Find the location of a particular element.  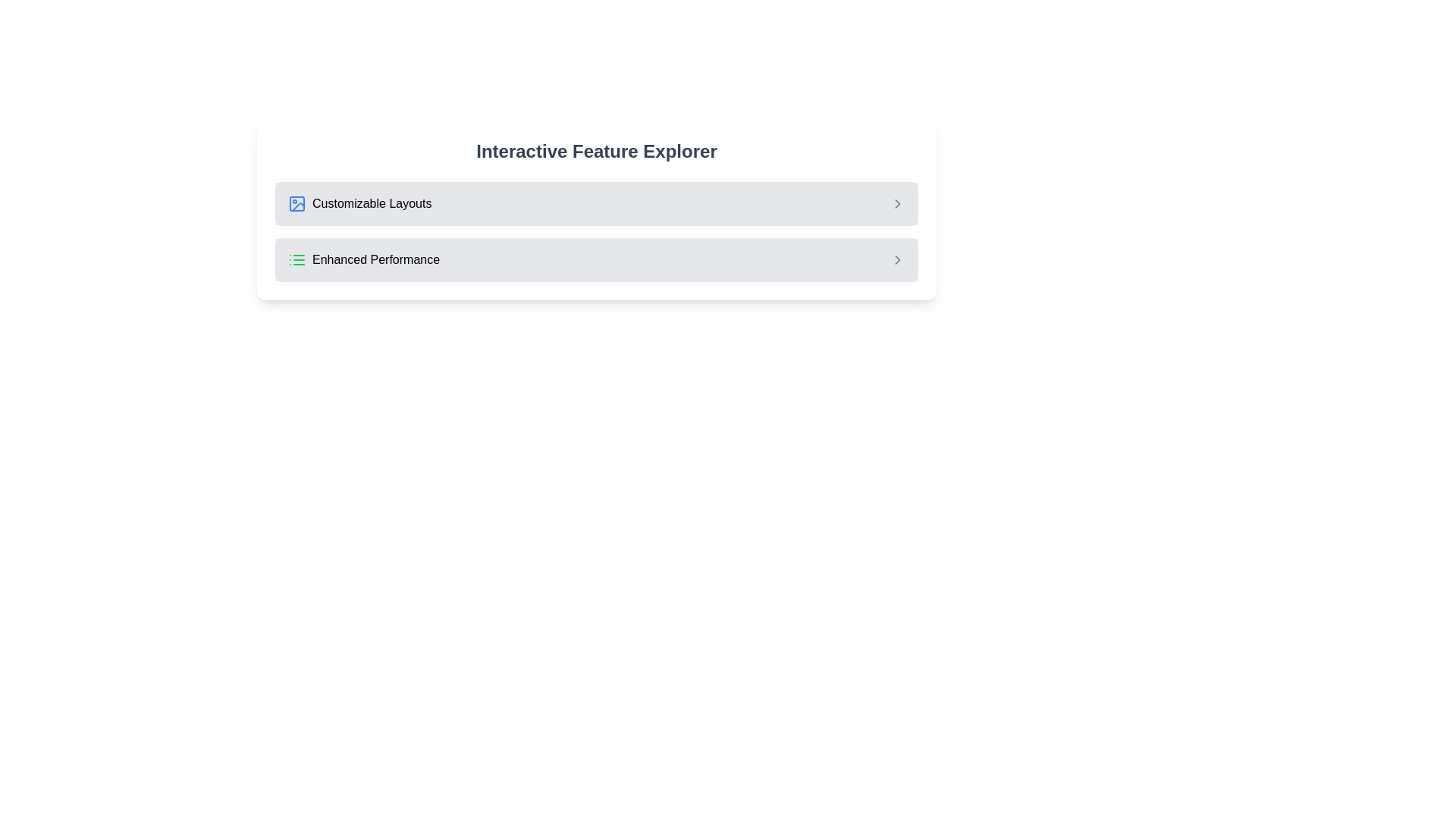

the icon of the List Option with Icon and Text for Enhanced Performance is located at coordinates (364, 259).